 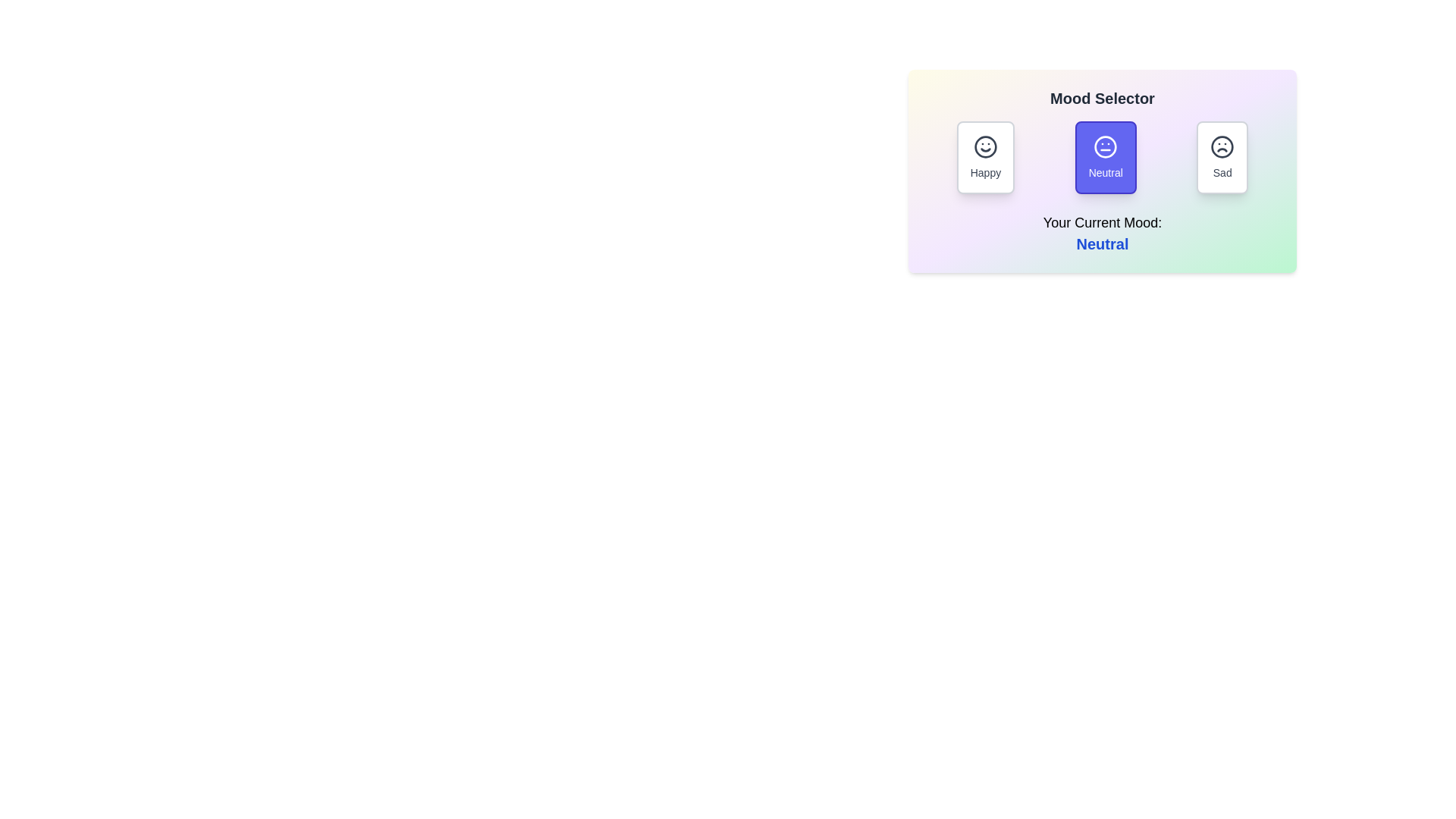 I want to click on the 'Neutral' button in the Mood Selector group of buttons, so click(x=1103, y=158).